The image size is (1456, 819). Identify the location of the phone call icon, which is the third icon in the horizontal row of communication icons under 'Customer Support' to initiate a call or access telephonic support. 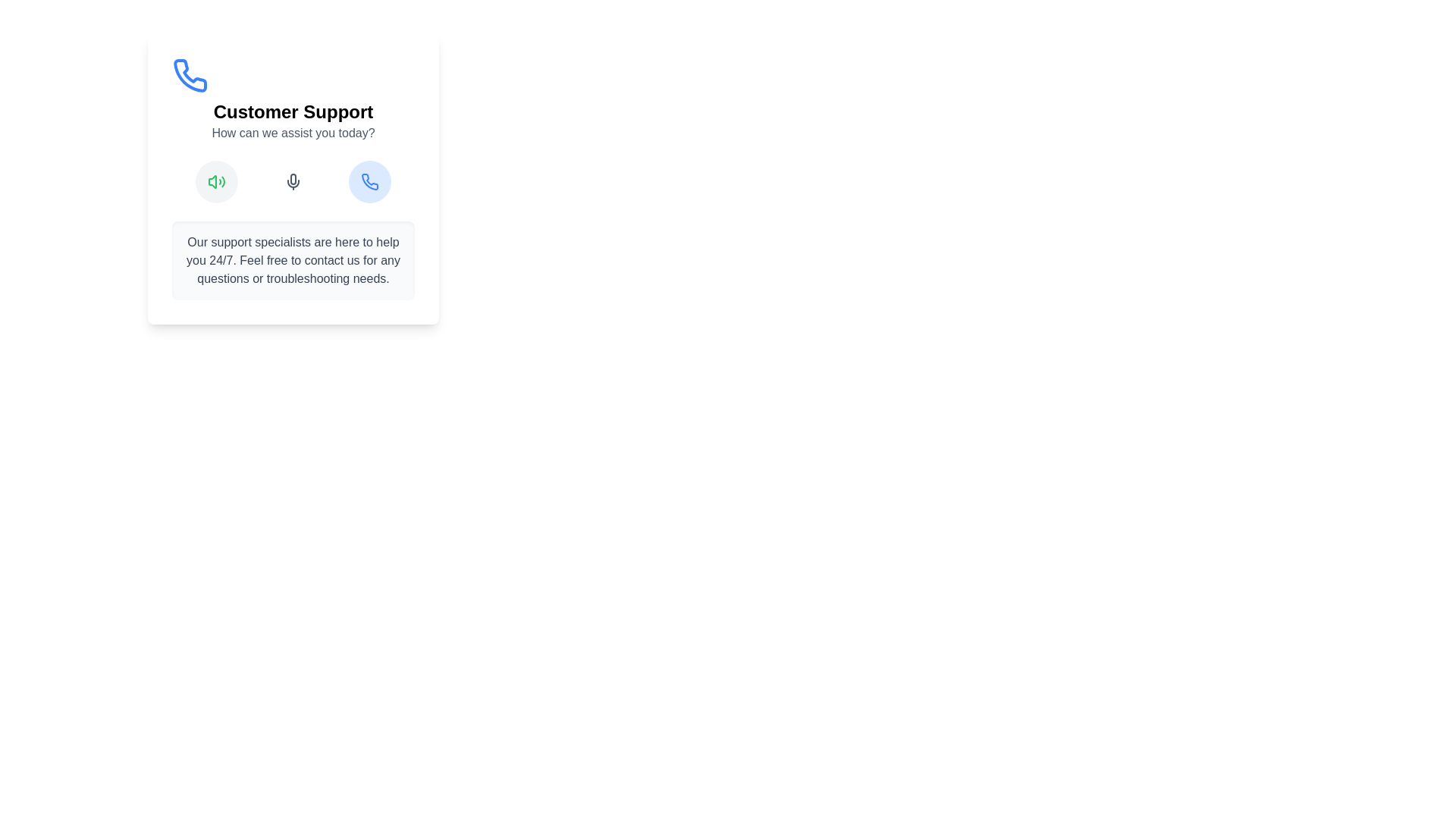
(190, 75).